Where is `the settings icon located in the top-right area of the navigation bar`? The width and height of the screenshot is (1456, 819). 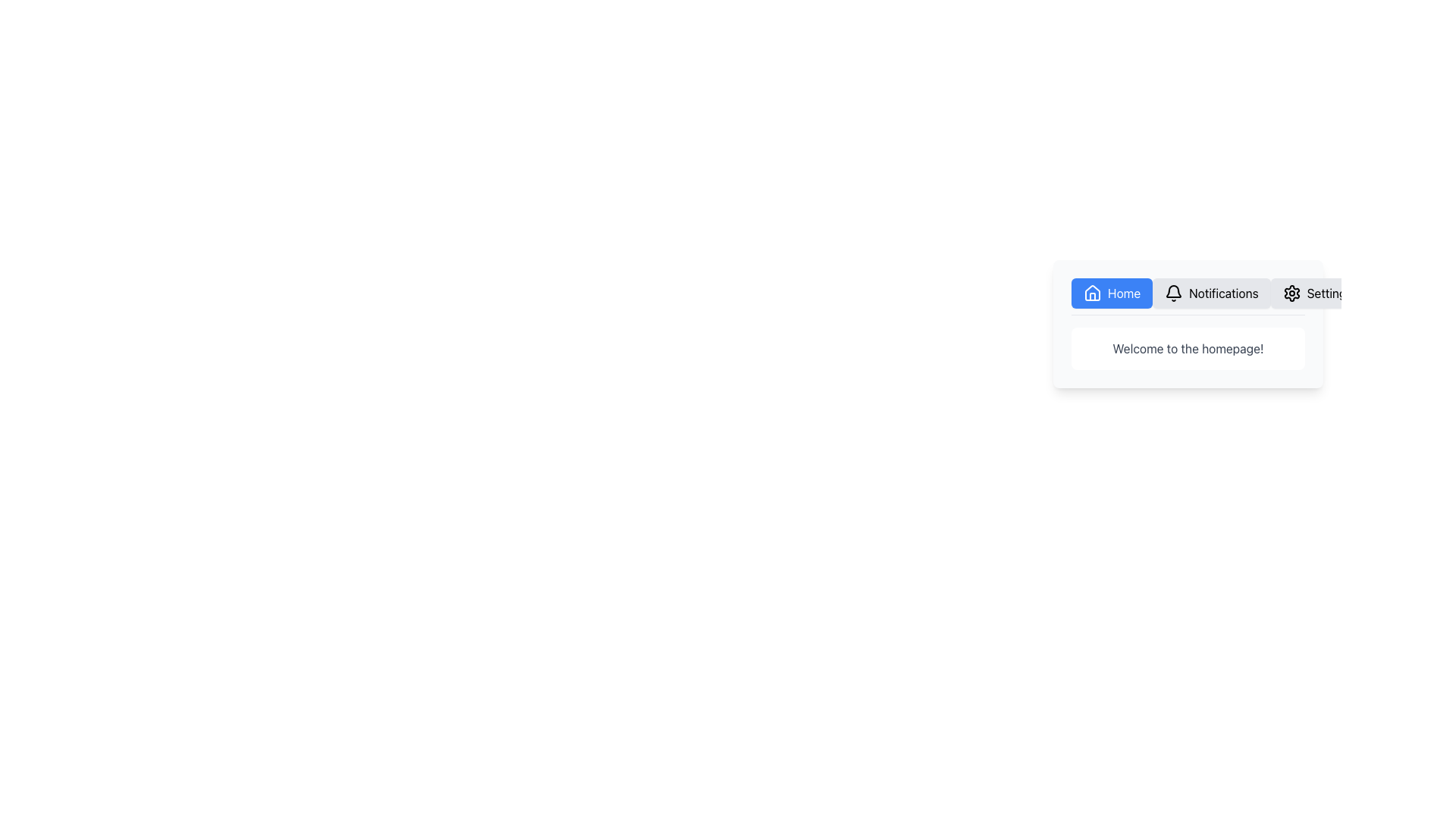
the settings icon located in the top-right area of the navigation bar is located at coordinates (1291, 293).